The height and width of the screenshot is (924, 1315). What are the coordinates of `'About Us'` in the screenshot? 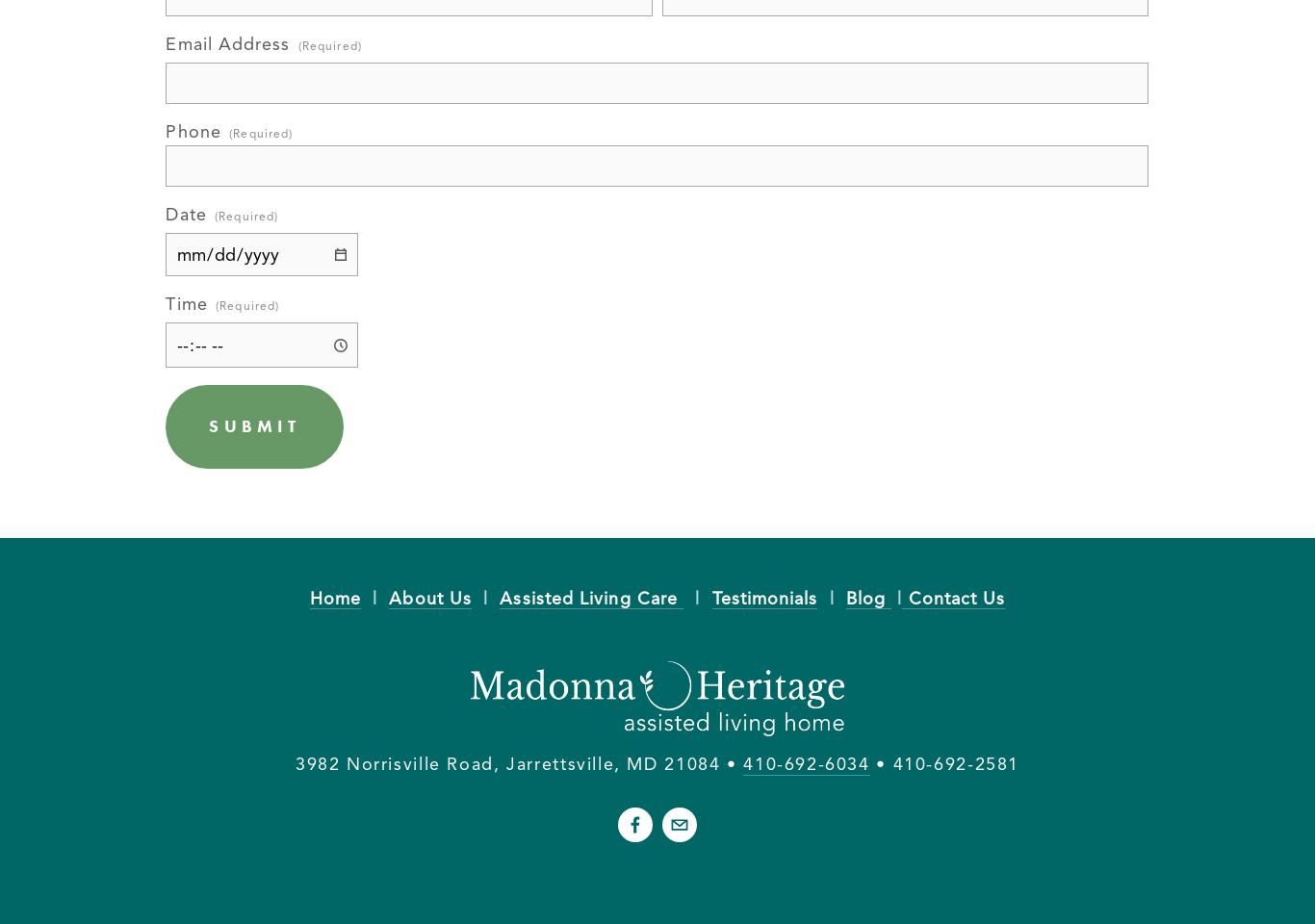 It's located at (428, 596).